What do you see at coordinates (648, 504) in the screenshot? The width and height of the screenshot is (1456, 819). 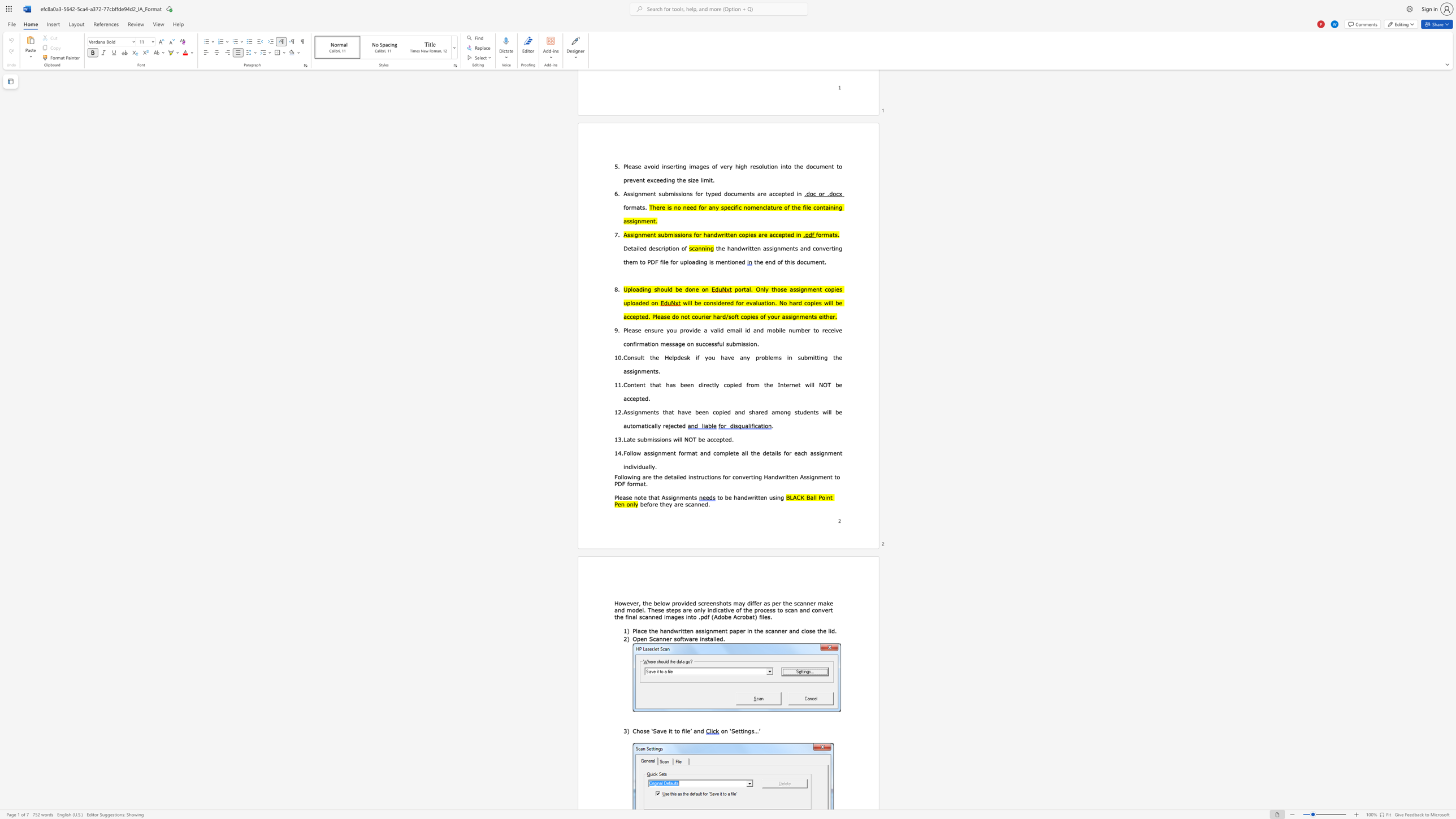 I see `the subset text "ore th" within the text "before they are scanned."` at bounding box center [648, 504].